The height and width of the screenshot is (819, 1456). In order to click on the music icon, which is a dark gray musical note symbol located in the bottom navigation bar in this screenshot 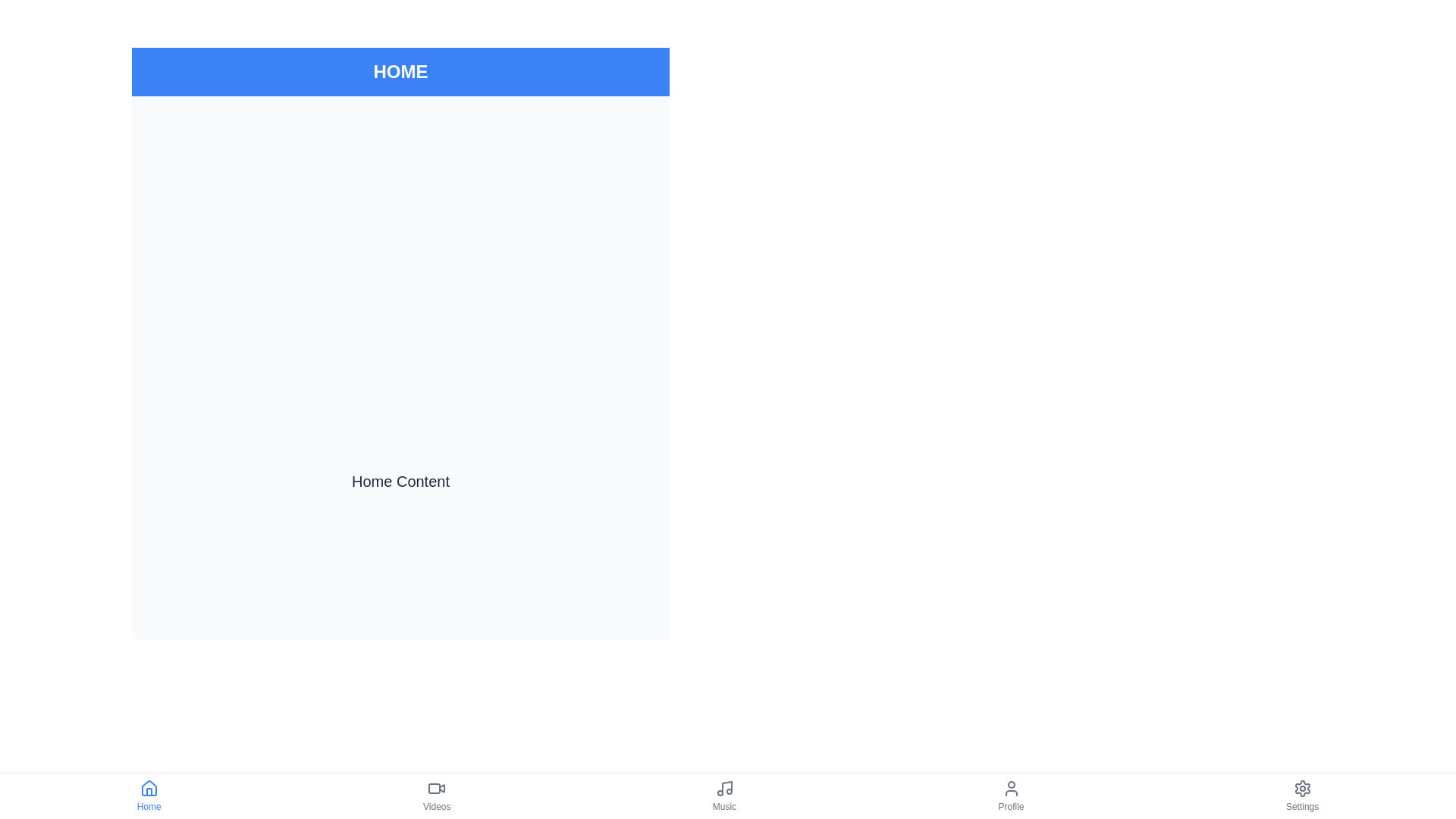, I will do `click(723, 788)`.